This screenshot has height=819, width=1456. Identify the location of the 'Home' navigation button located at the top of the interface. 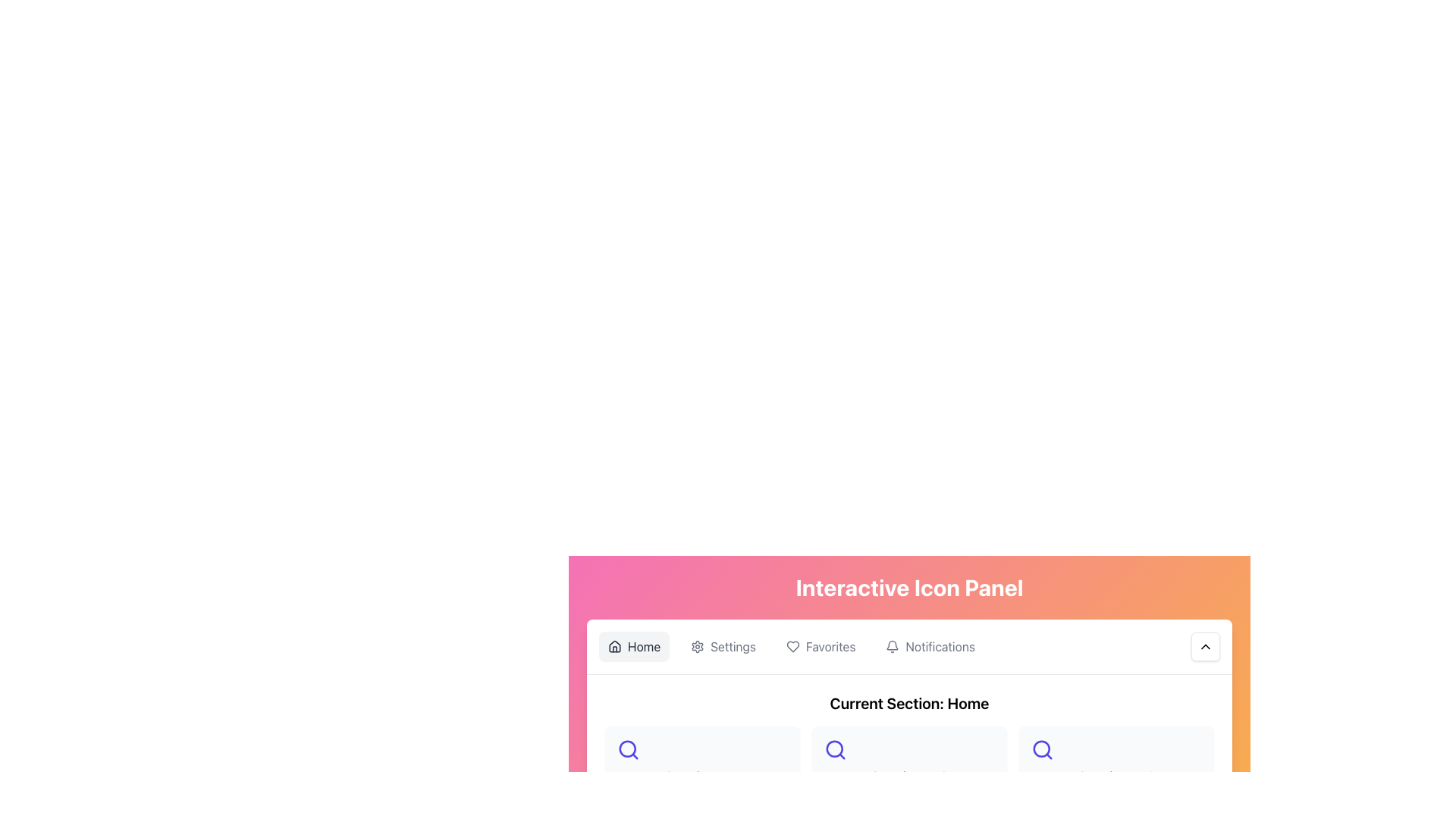
(634, 646).